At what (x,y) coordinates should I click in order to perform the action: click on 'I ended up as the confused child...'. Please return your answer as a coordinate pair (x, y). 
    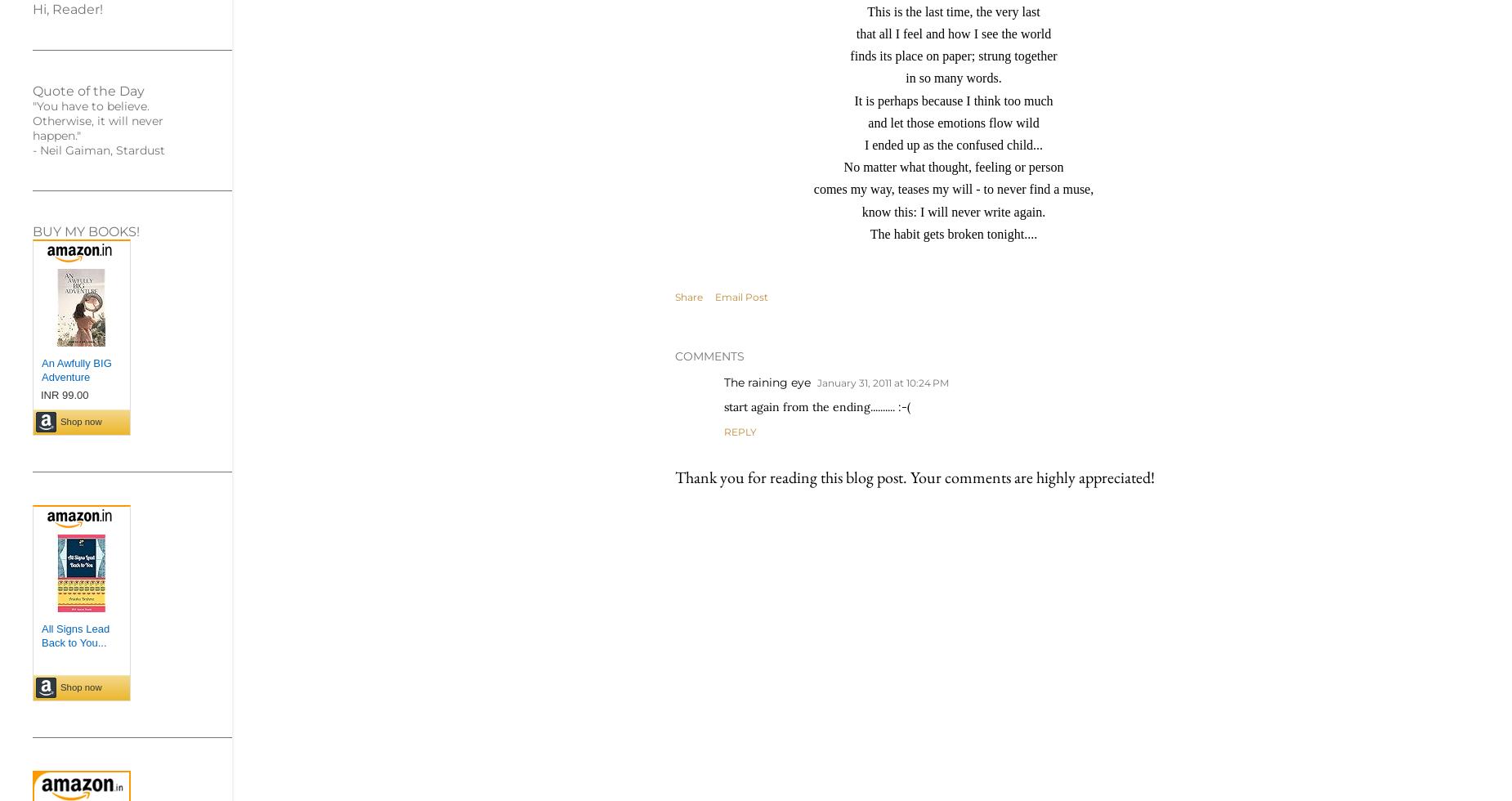
    Looking at the image, I should click on (952, 144).